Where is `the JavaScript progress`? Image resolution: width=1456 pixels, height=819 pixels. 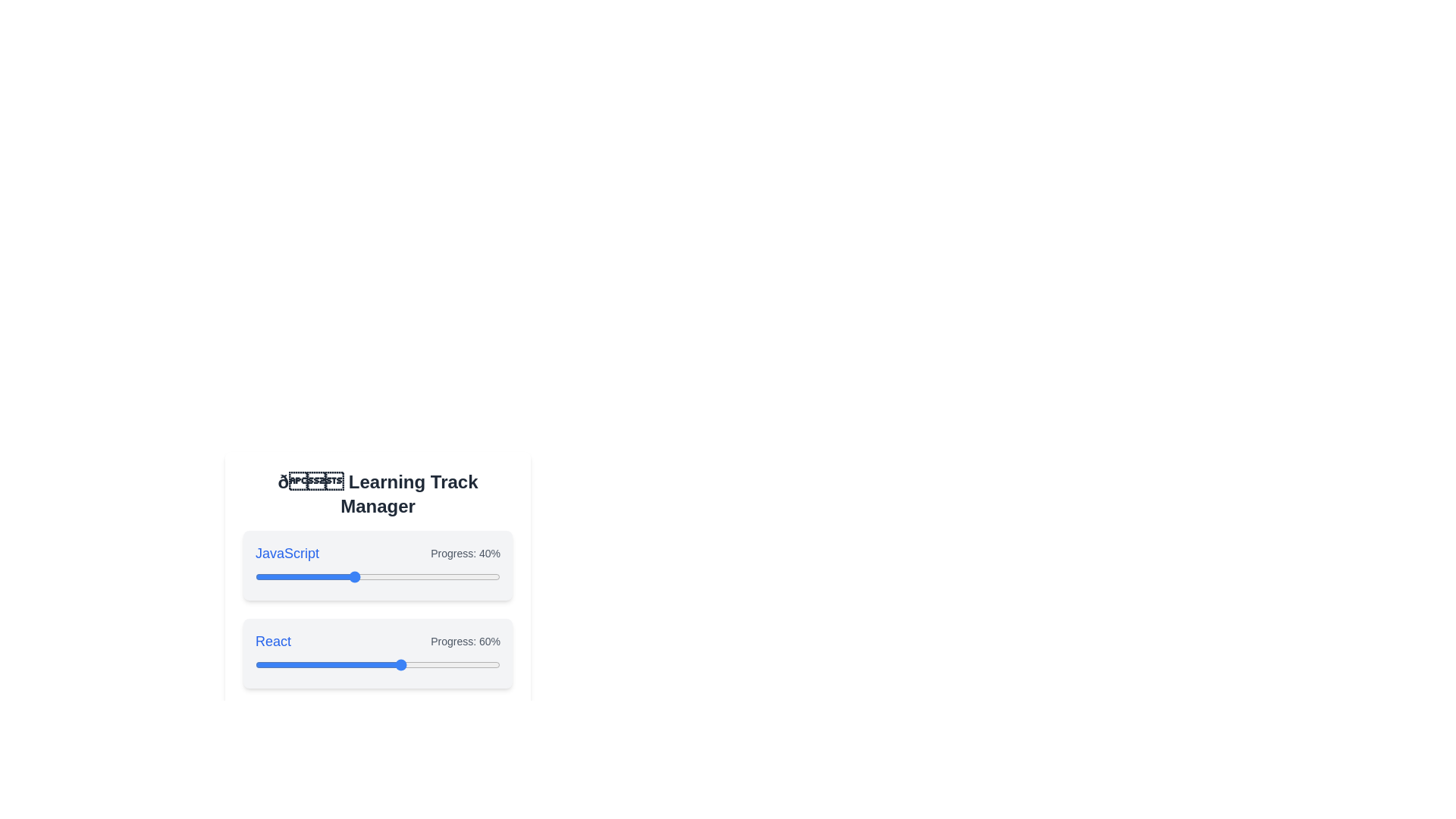 the JavaScript progress is located at coordinates (345, 576).